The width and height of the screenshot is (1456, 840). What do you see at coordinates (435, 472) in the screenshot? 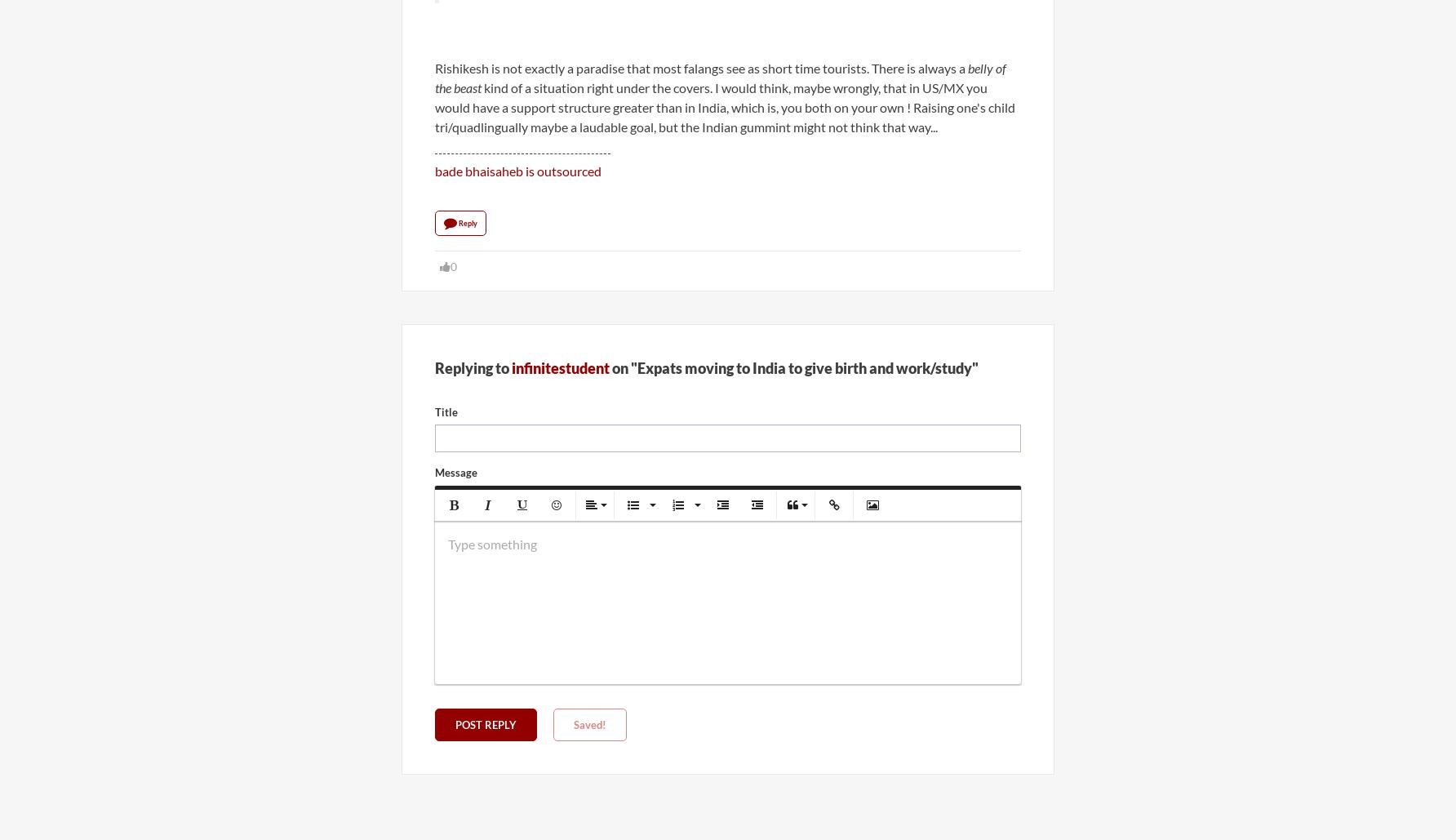
I see `'Message'` at bounding box center [435, 472].